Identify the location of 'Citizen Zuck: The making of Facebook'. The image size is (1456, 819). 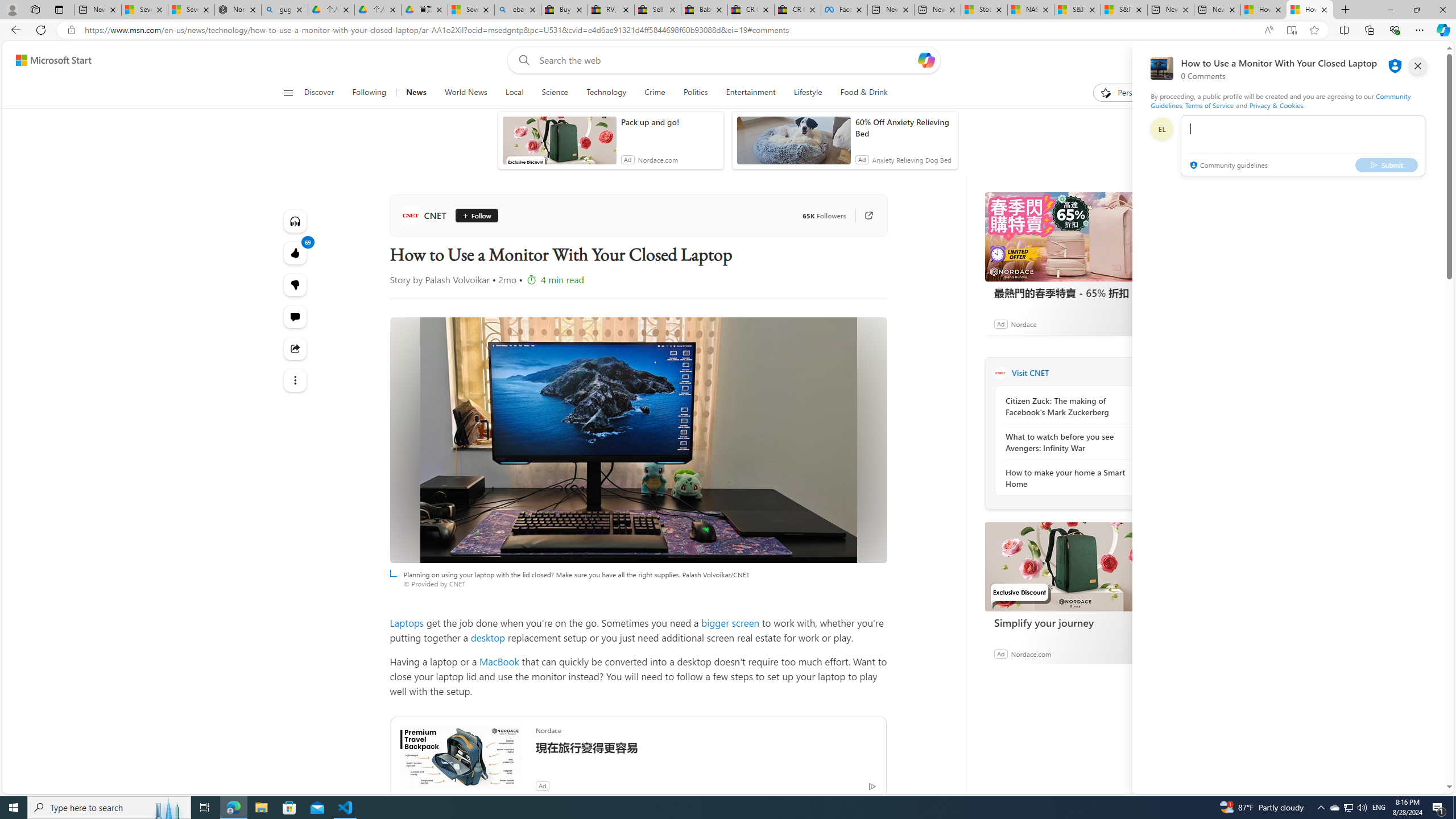
(1066, 406).